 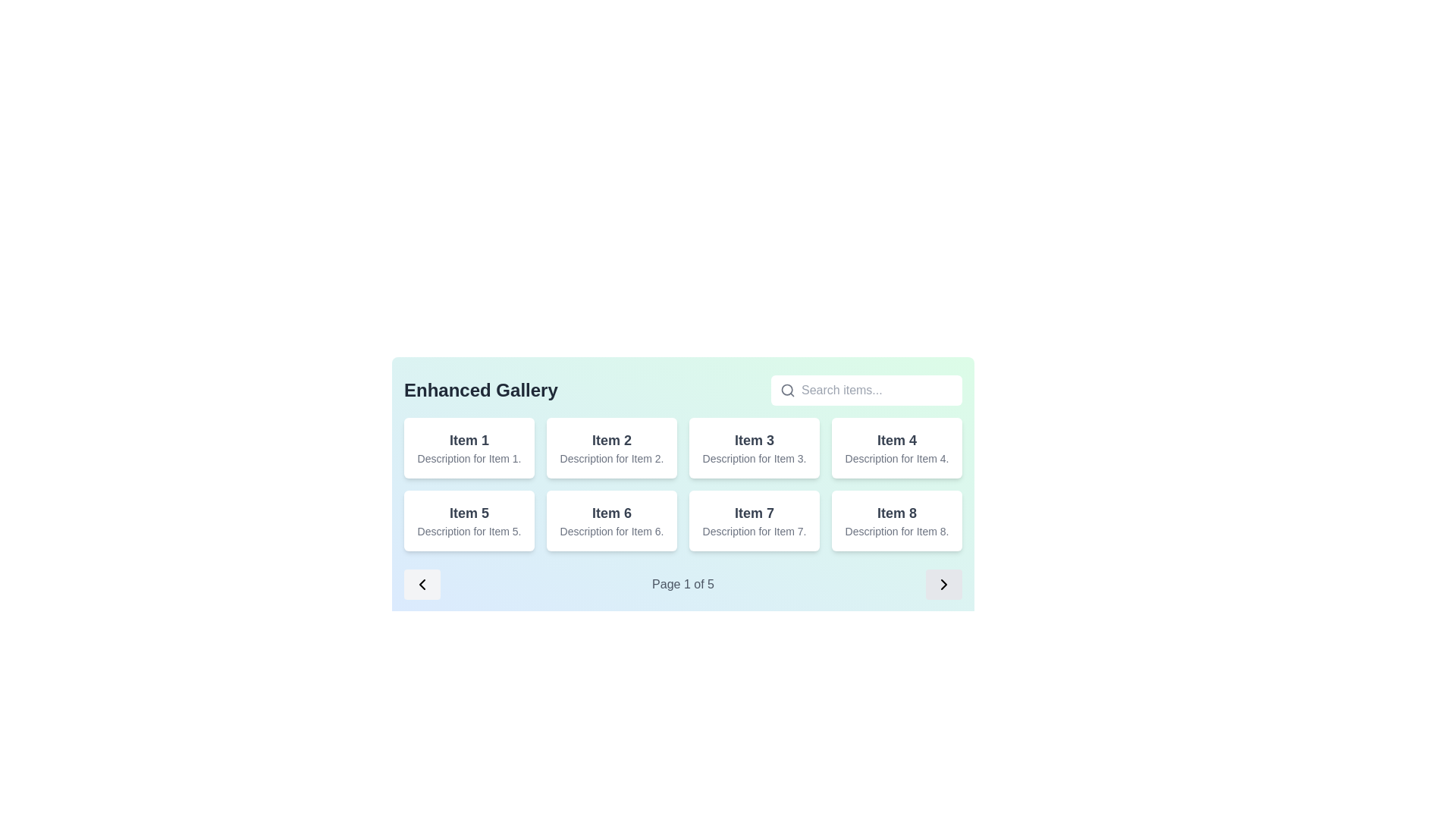 I want to click on the card component representing 'Item 8' located in the fourth column of the second row in the grid layout, so click(x=896, y=519).